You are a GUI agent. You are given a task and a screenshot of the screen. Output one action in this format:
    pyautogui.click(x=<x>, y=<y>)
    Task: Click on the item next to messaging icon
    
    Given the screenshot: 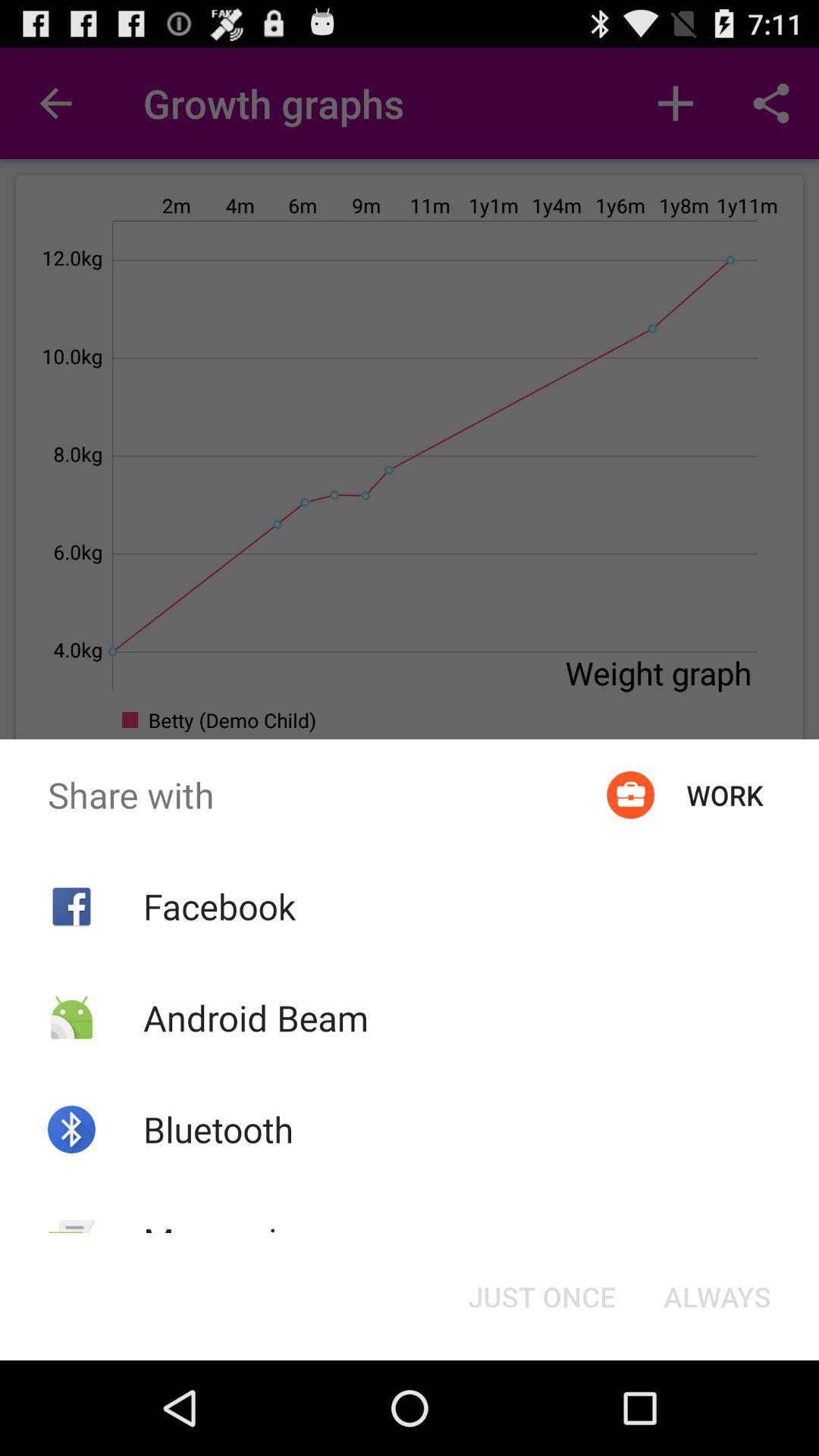 What is the action you would take?
    pyautogui.click(x=541, y=1295)
    